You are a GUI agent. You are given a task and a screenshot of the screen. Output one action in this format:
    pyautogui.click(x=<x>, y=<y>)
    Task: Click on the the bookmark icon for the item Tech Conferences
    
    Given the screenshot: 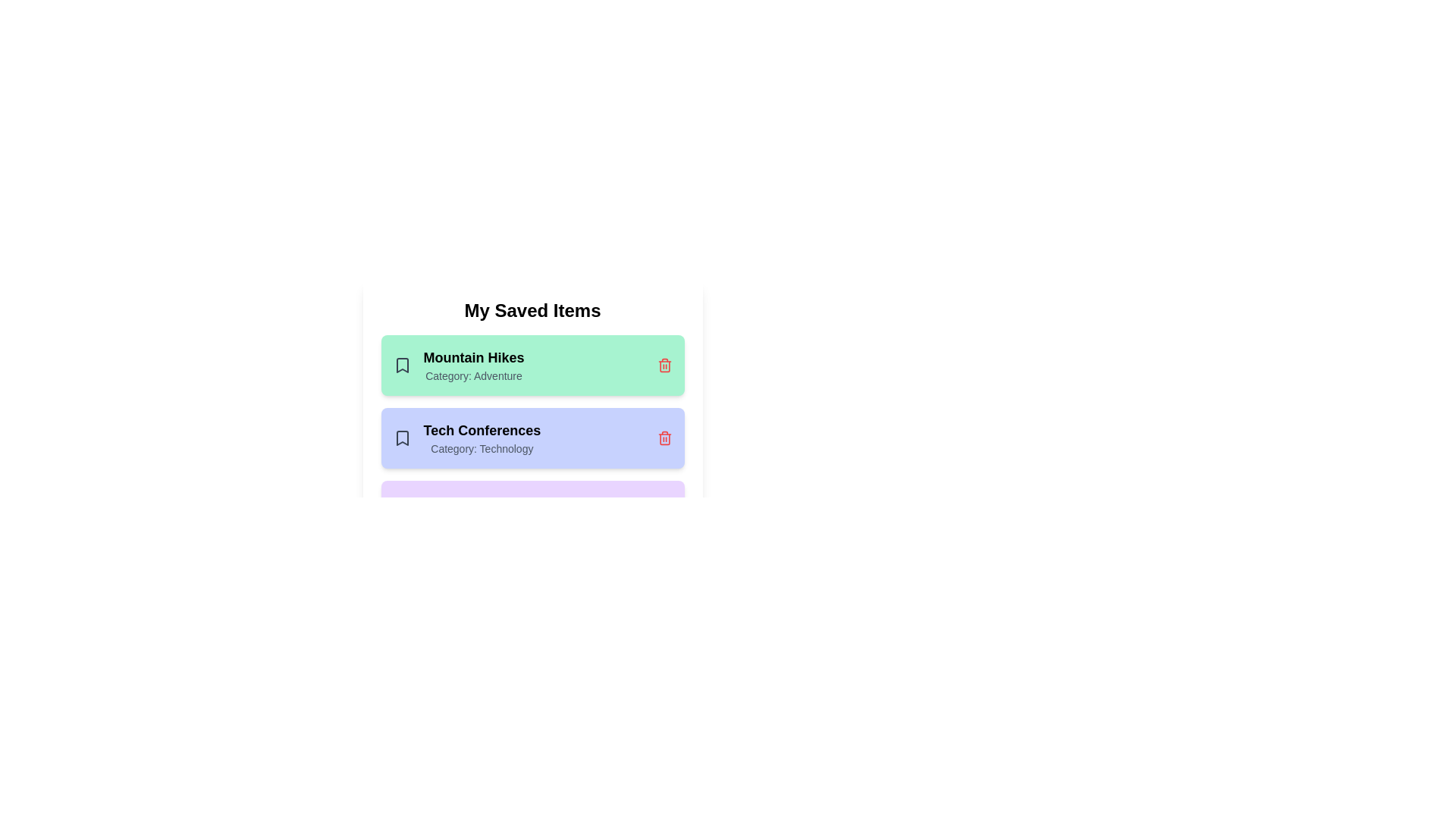 What is the action you would take?
    pyautogui.click(x=402, y=438)
    